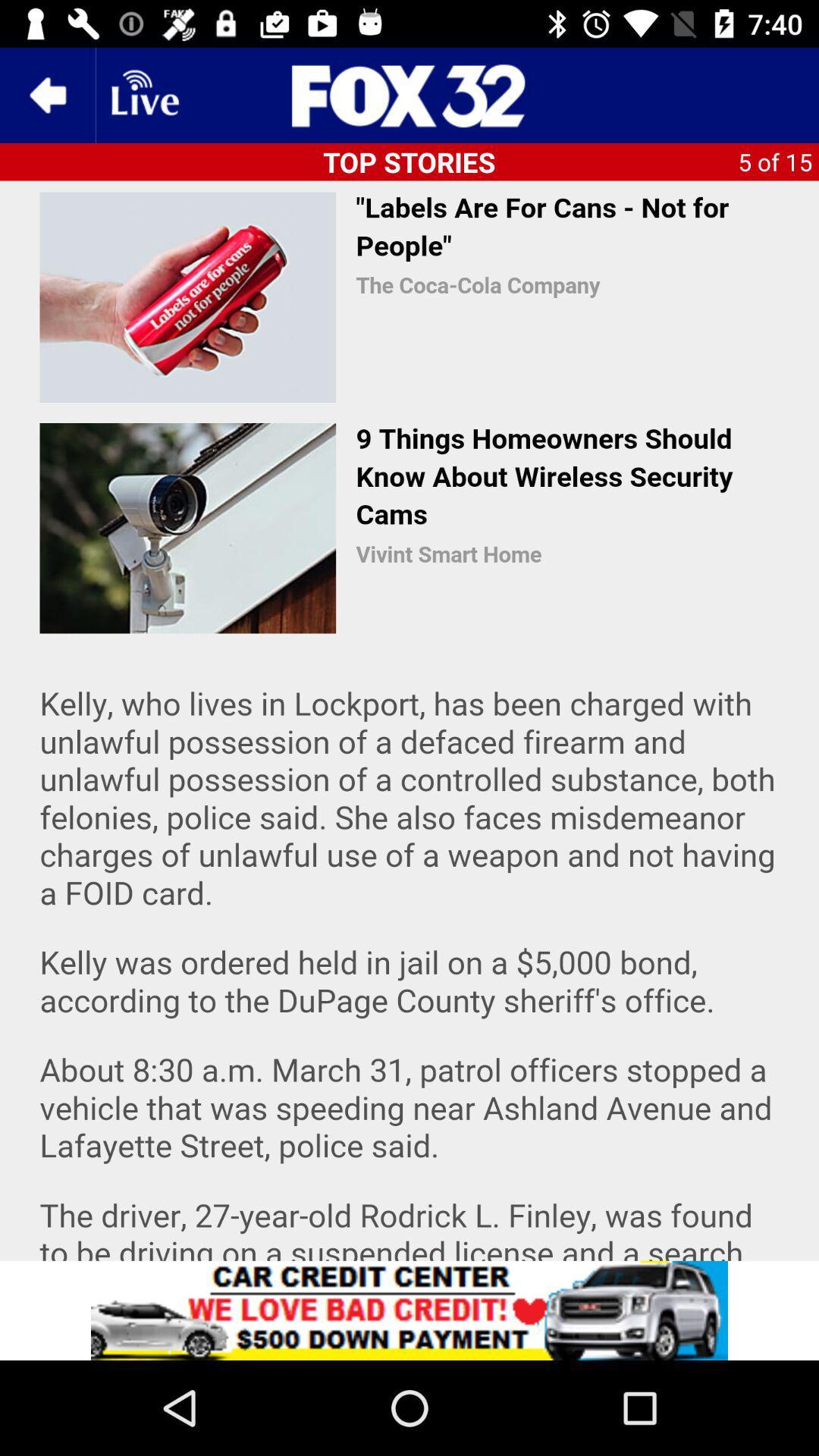  What do you see at coordinates (409, 720) in the screenshot?
I see `page content` at bounding box center [409, 720].